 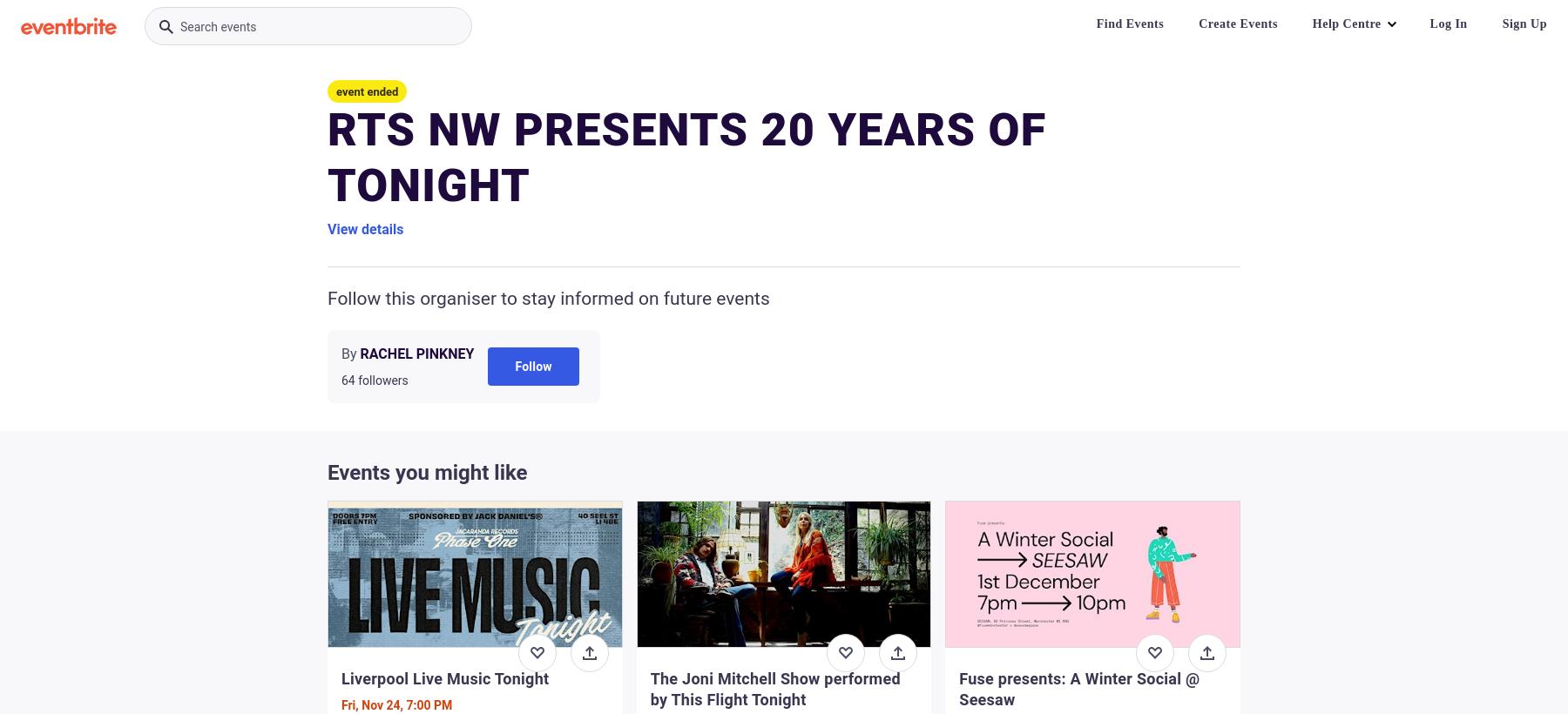 I want to click on 'RTS NW PRESENTS 20 YEARS OF TONIGHT', so click(x=686, y=158).